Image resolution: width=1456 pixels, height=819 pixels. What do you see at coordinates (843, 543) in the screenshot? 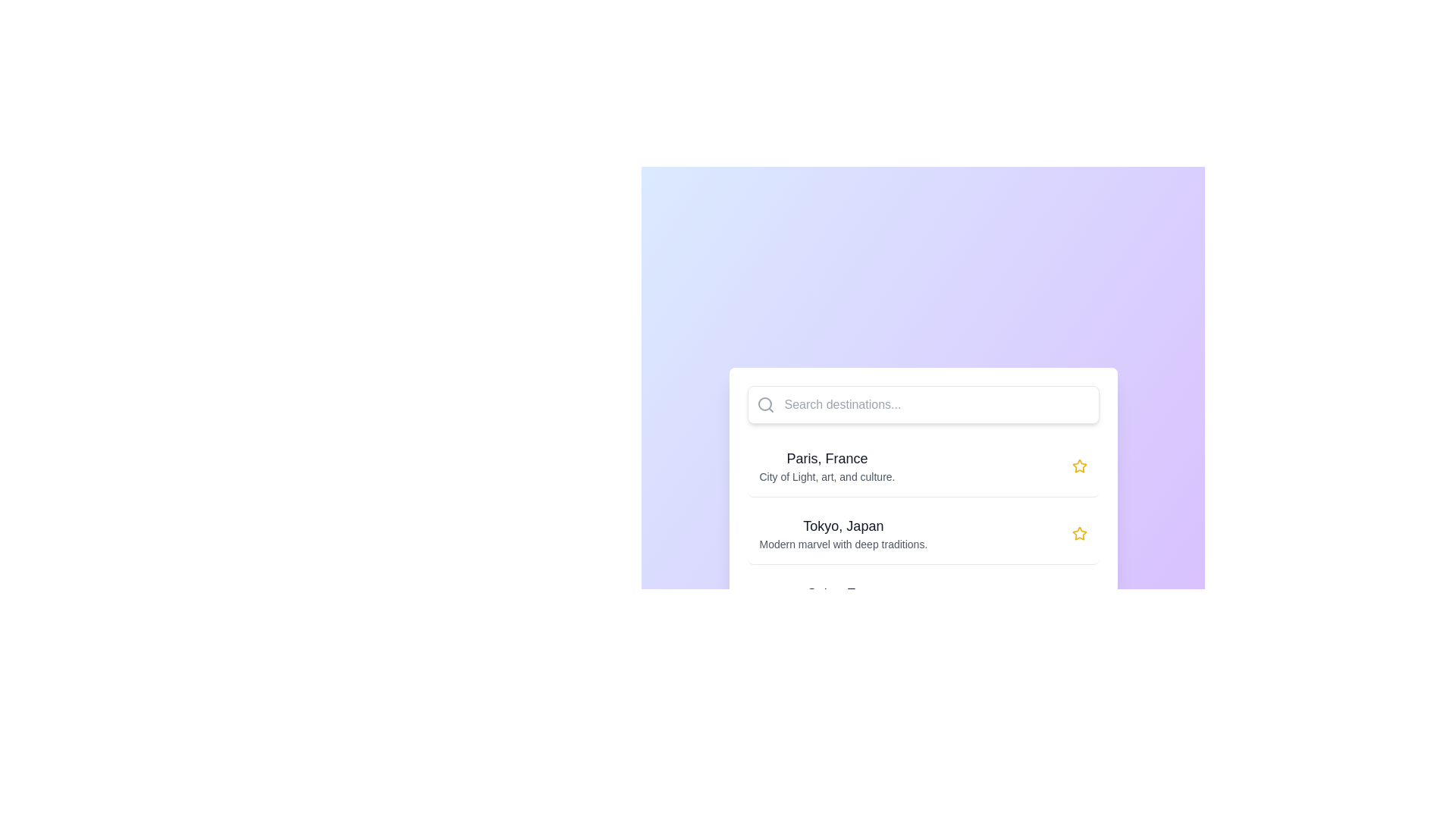
I see `the text label providing additional descriptive information about 'Tokyo, Japan', which is positioned directly beneath the title in a structured list entry` at bounding box center [843, 543].